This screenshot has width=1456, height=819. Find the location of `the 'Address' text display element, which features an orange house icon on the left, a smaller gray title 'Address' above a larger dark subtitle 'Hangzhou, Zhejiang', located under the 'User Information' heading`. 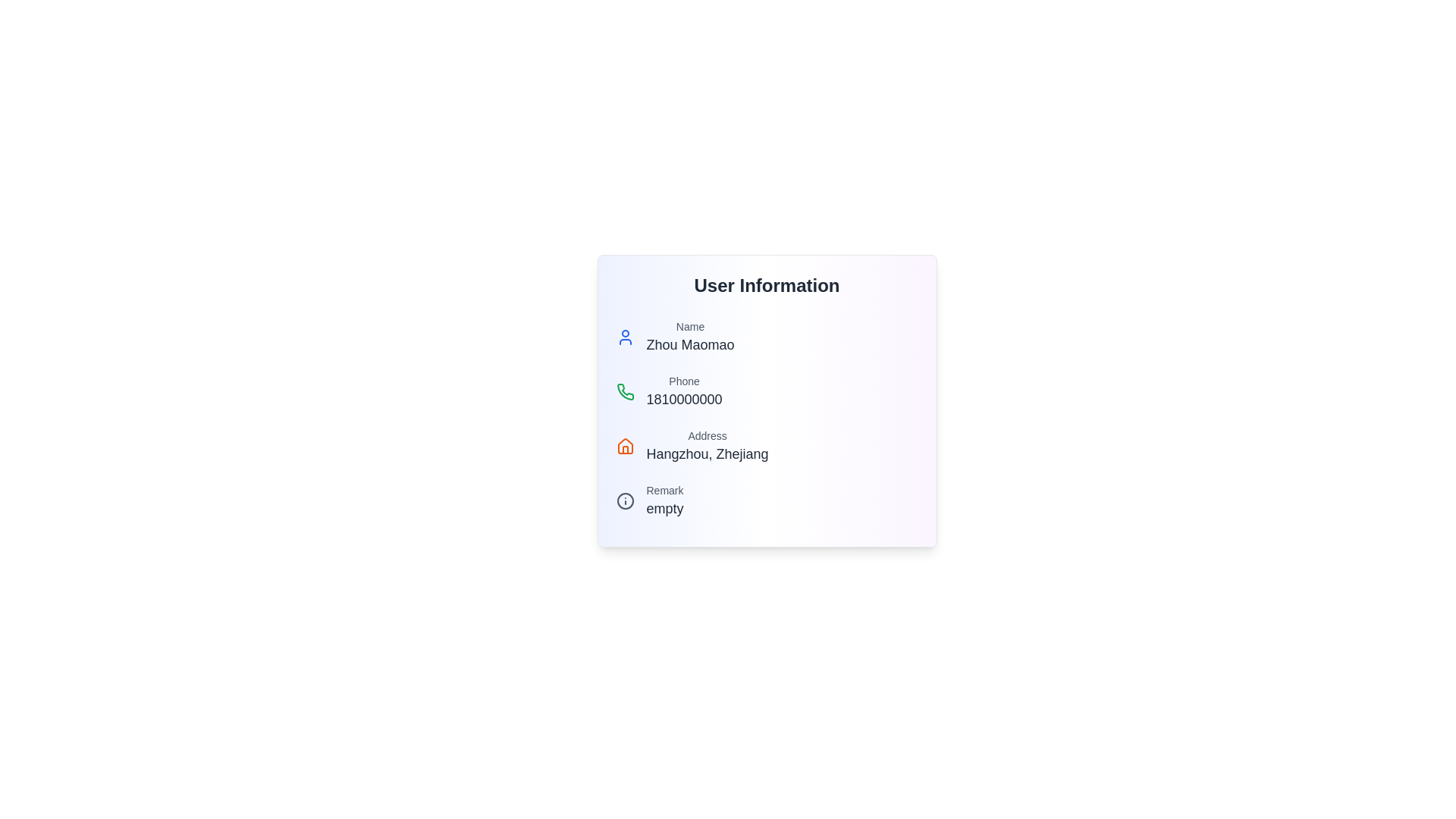

the 'Address' text display element, which features an orange house icon on the left, a smaller gray title 'Address' above a larger dark subtitle 'Hangzhou, Zhejiang', located under the 'User Information' heading is located at coordinates (767, 446).